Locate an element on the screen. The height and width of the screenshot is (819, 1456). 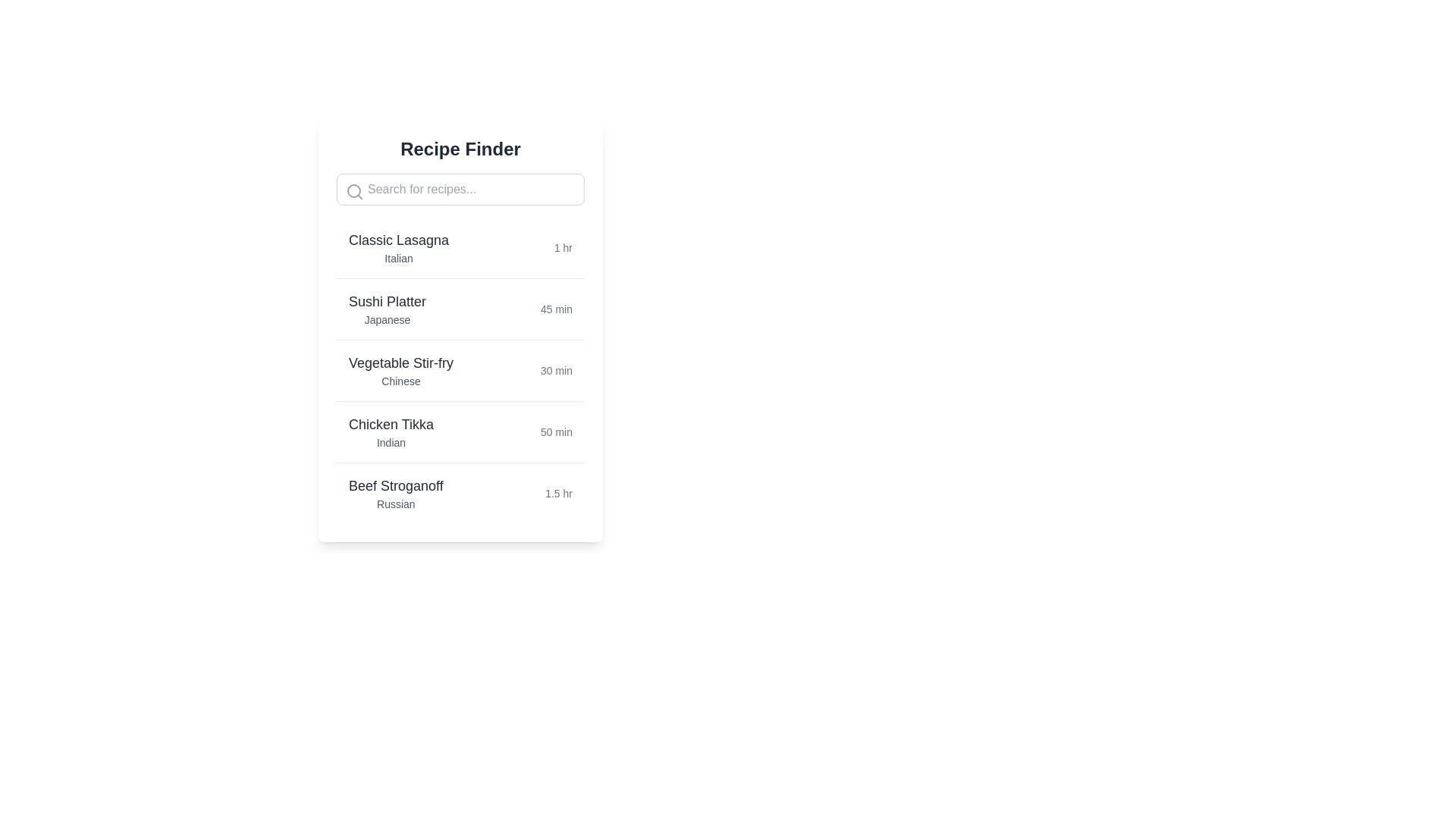
'Classic Lasagna' text label consisting of two lines, where the first line is 'Classic Lasagna' in a bold font and the second line is 'Italian' in a lighter gray font, located in the Recipe Finder interface is located at coordinates (399, 247).